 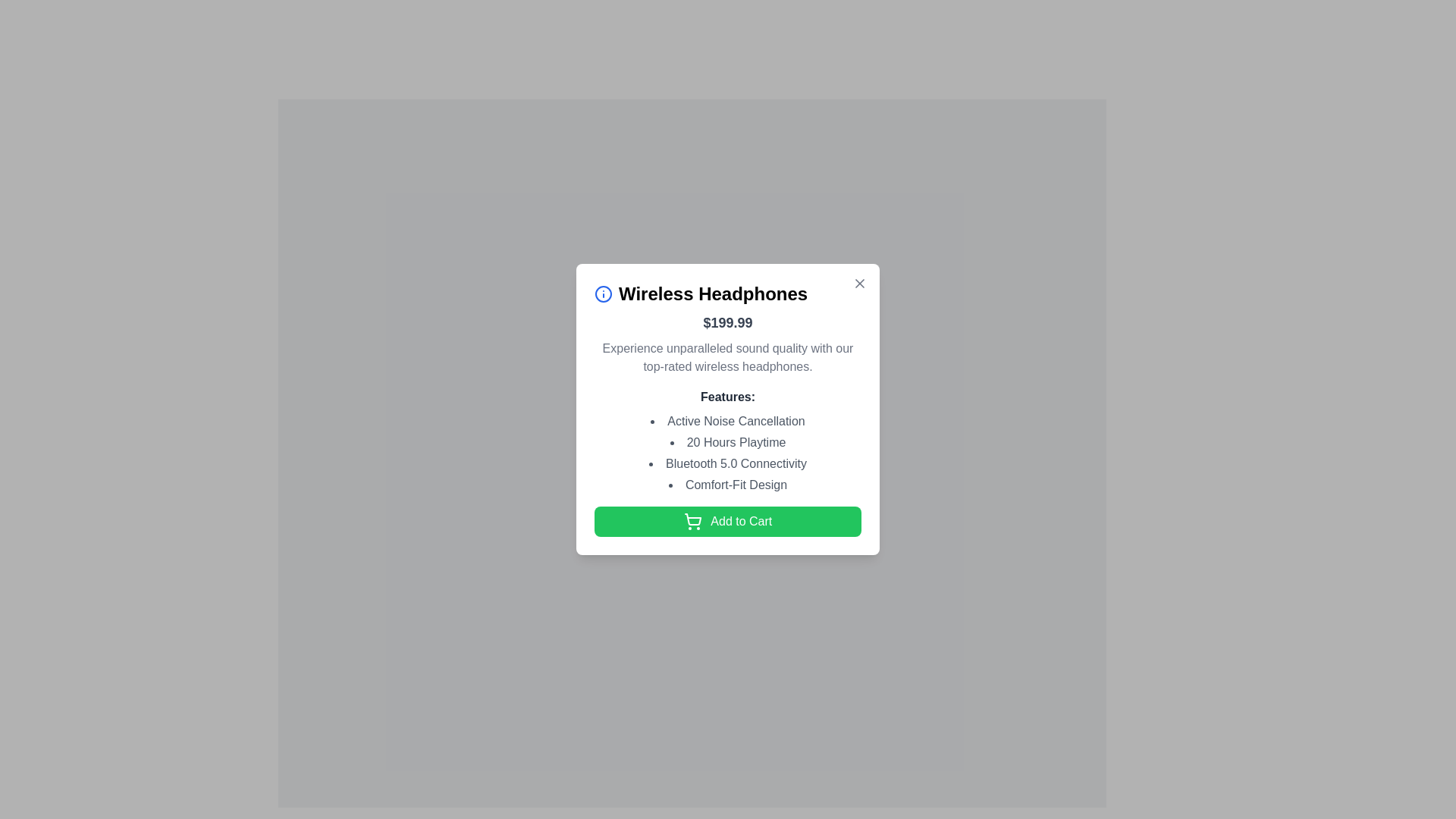 What do you see at coordinates (728, 452) in the screenshot?
I see `list of features presented in bullet points under the 'Features:' heading in the card about 'Wireless Headphones'` at bounding box center [728, 452].